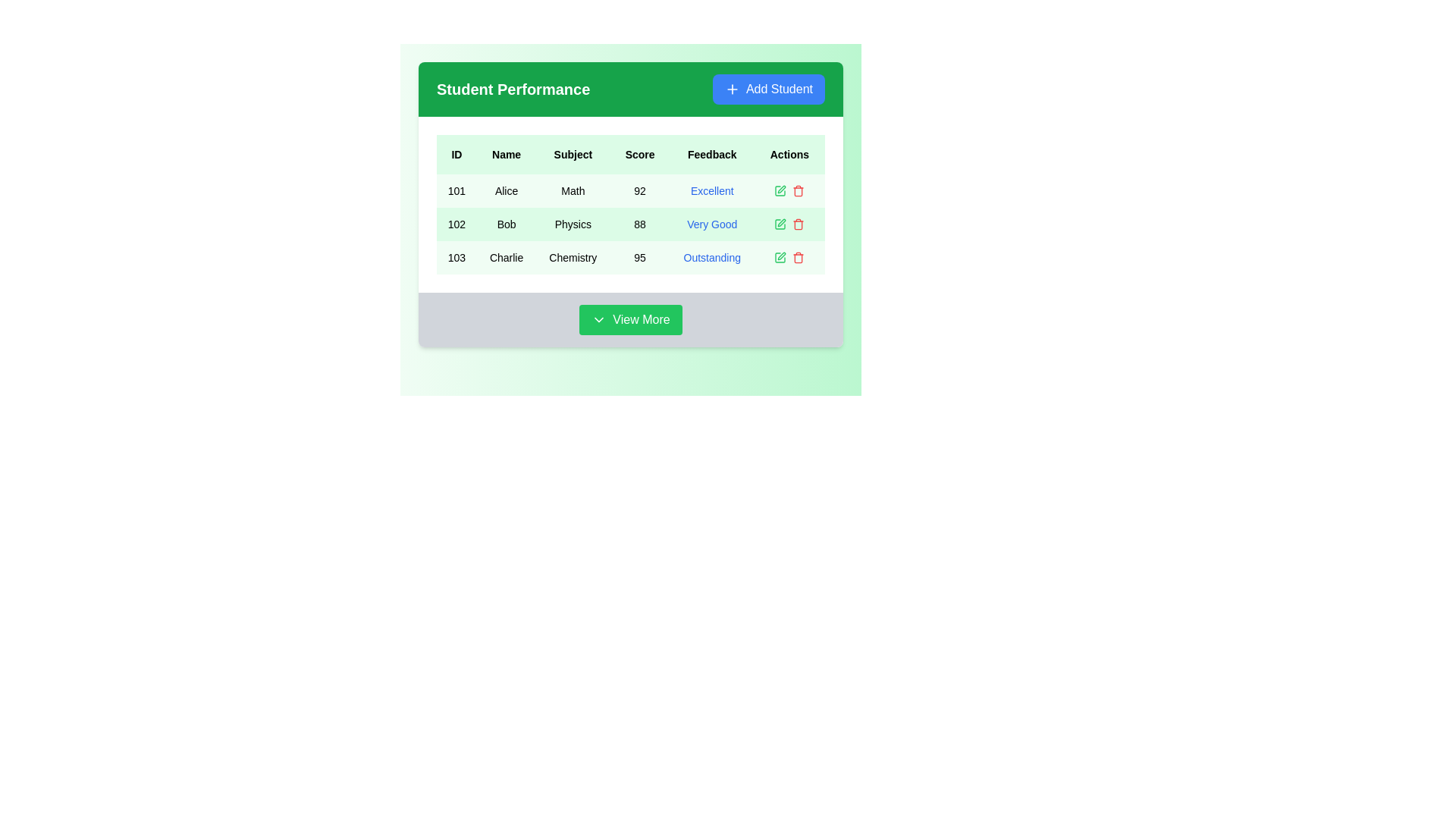 Image resolution: width=1456 pixels, height=819 pixels. I want to click on the student records table, so click(630, 205).